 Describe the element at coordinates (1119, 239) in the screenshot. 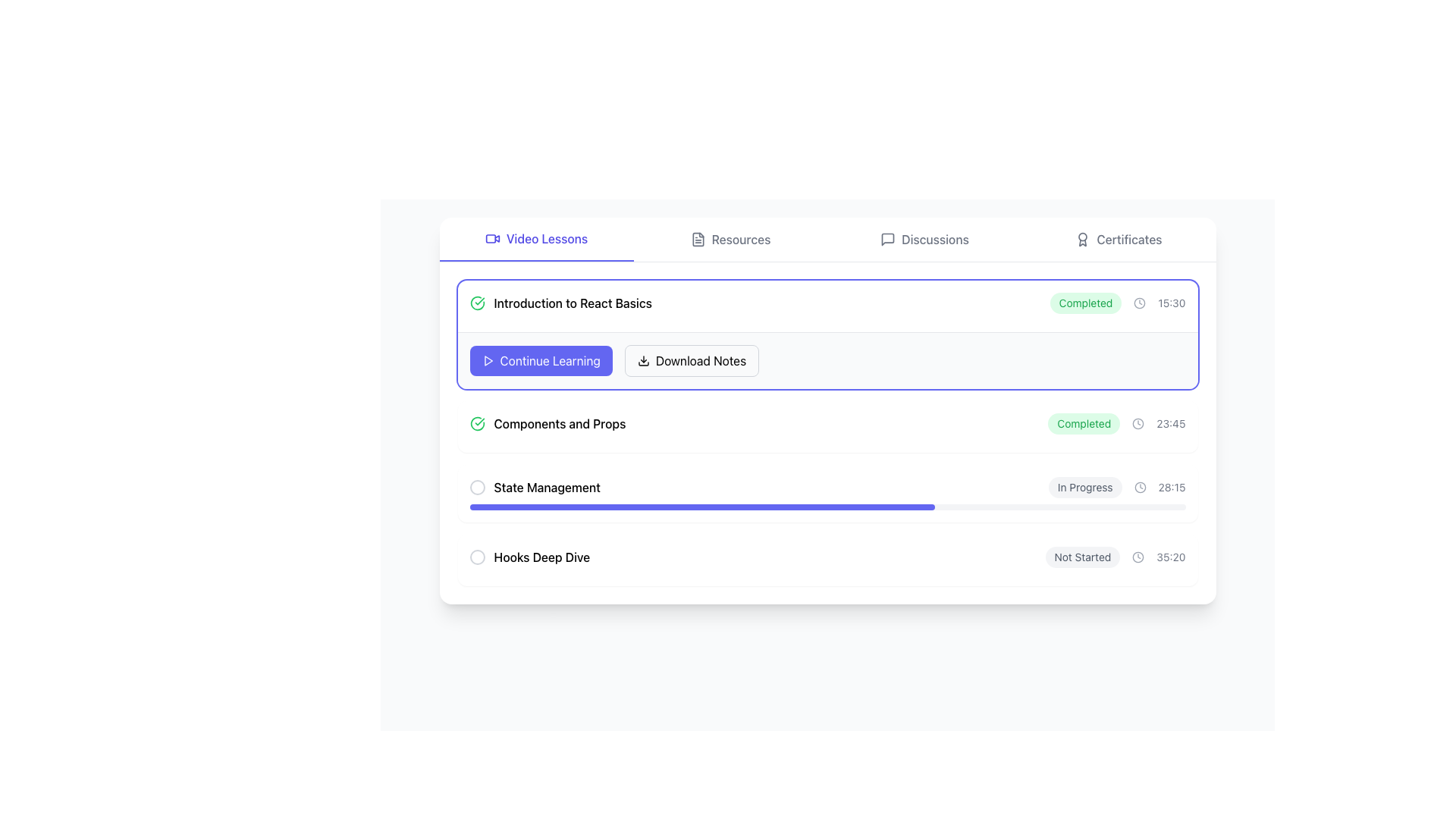

I see `the 'Certificates' tab-like navigation button, which features an icon of a medal or award and is styled with gray font. It is the last tab in the navigation bar, located to the right of 'Discussions'` at that location.